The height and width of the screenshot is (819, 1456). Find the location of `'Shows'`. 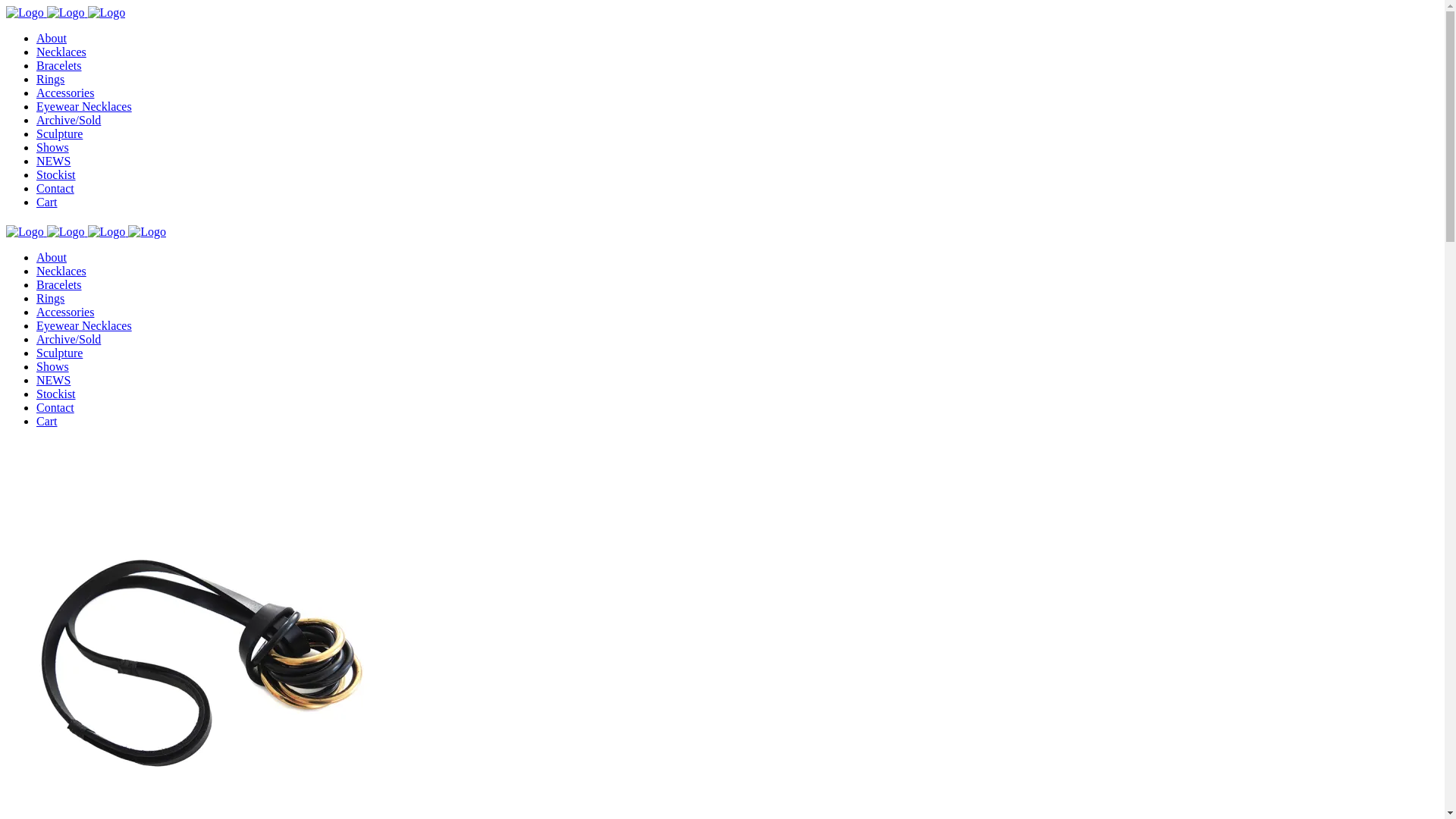

'Shows' is located at coordinates (52, 147).